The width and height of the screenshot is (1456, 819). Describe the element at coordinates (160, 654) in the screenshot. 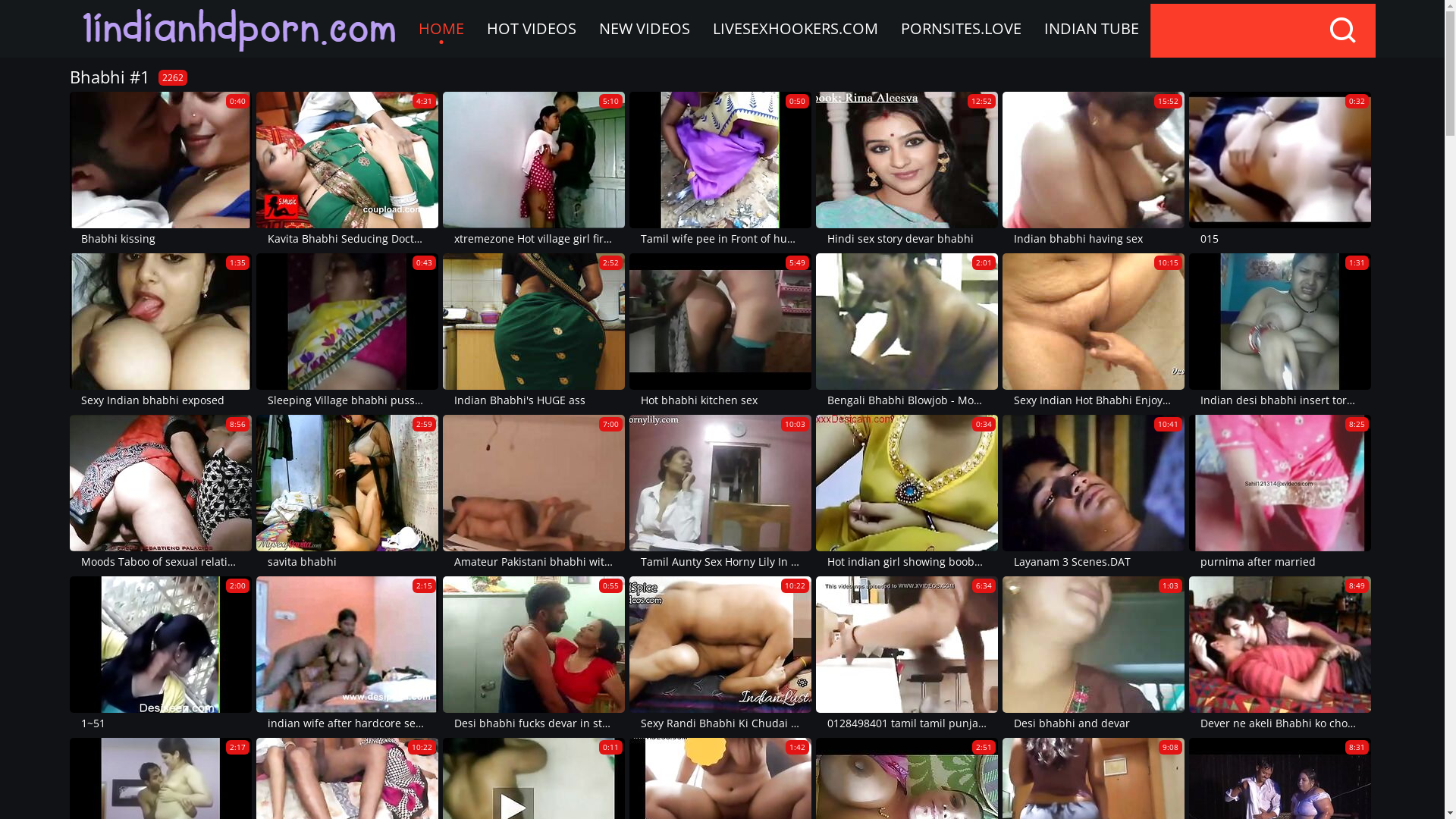

I see `'2:00` at that location.